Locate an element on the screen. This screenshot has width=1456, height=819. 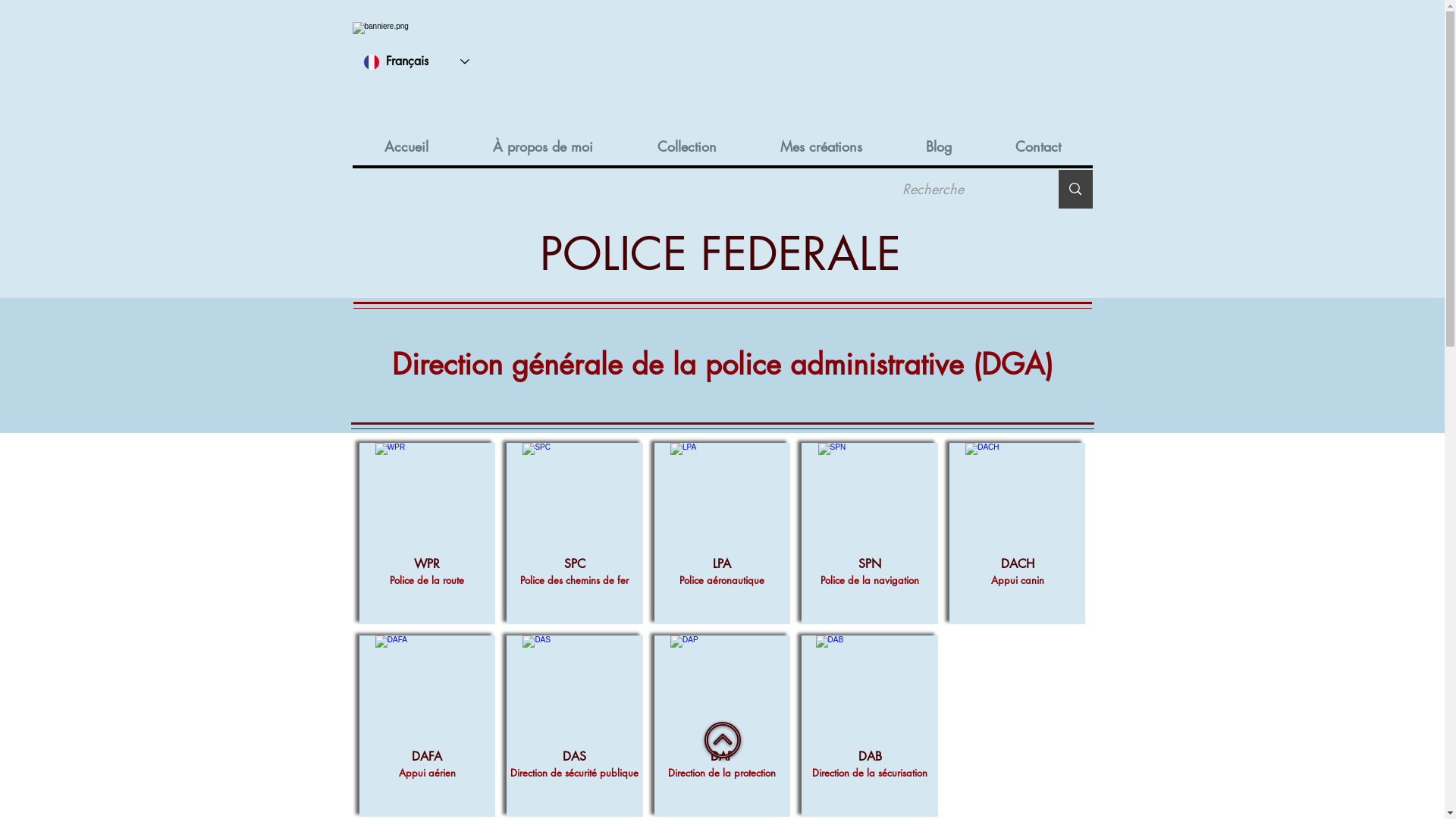
'SPN is located at coordinates (870, 532).